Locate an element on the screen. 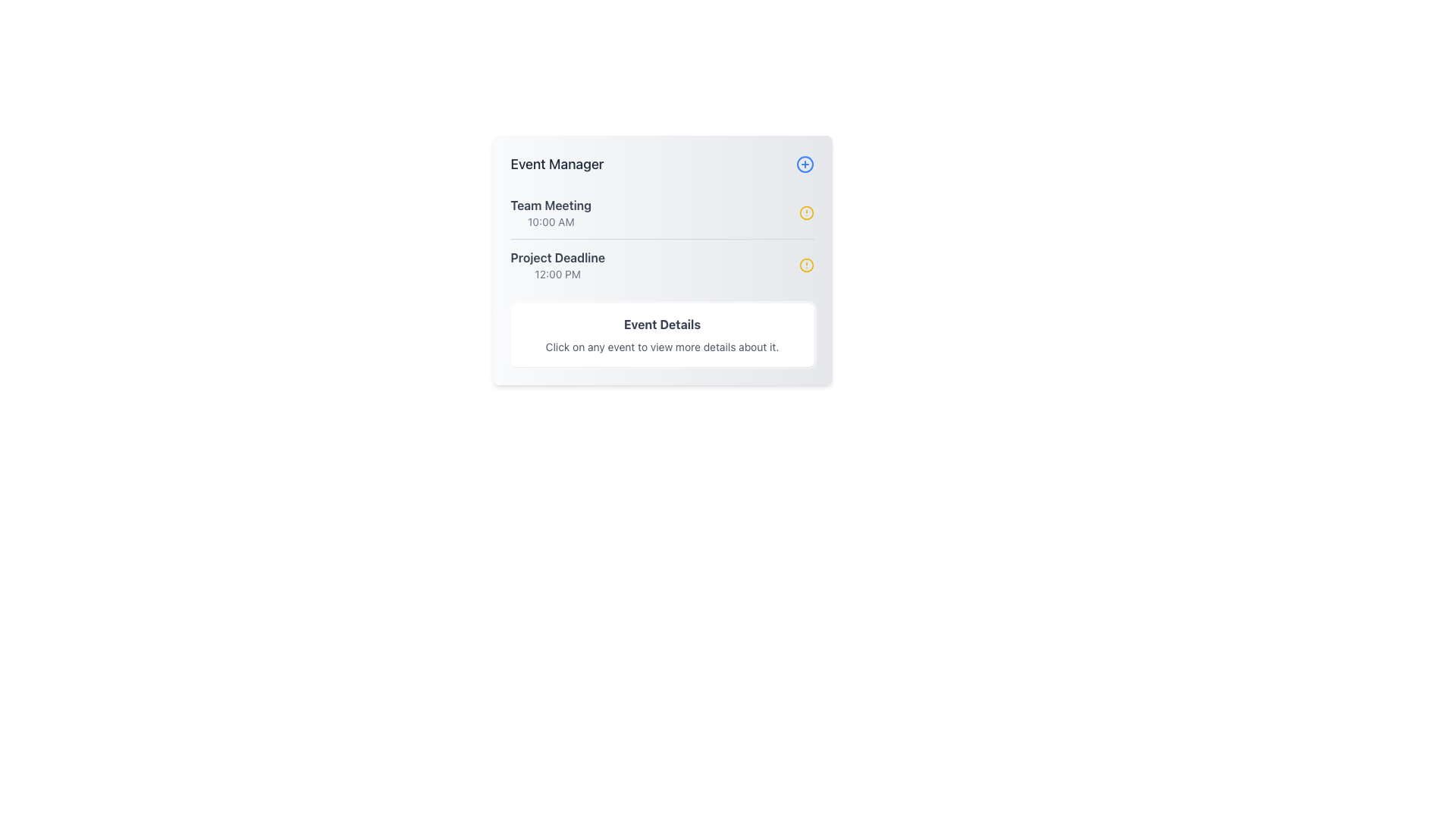 This screenshot has width=1456, height=819. the Event Item located in the first row of the 'Event Manager' list, which displays the title and time of the event is located at coordinates (662, 213).